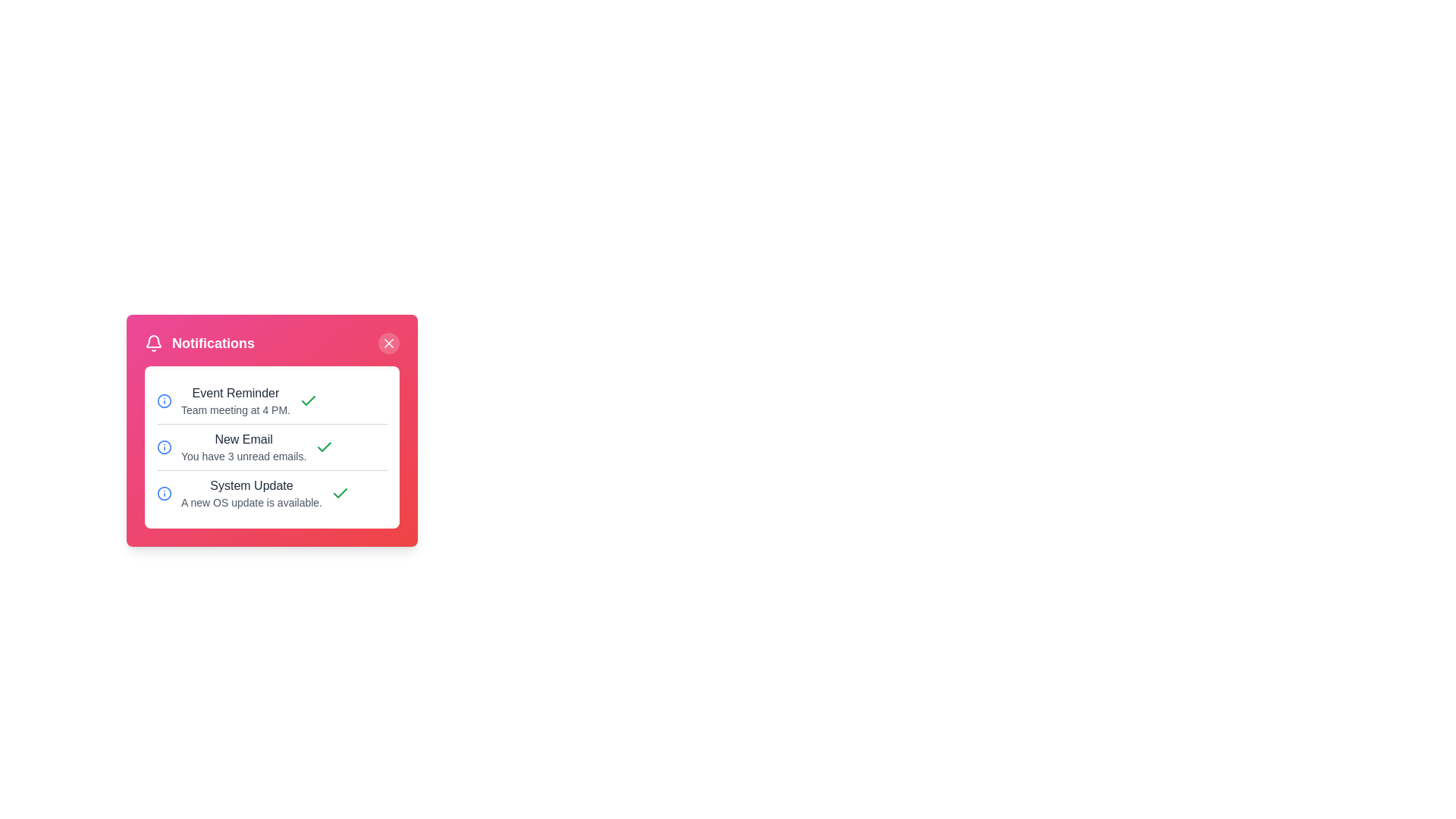 The image size is (1456, 819). I want to click on notification text of the first notification item titled 'Event Reminder', which is styled with a blue info icon on the left and a green checkmark icon on the right, located directly beneath the 'Notifications' title, so click(272, 400).